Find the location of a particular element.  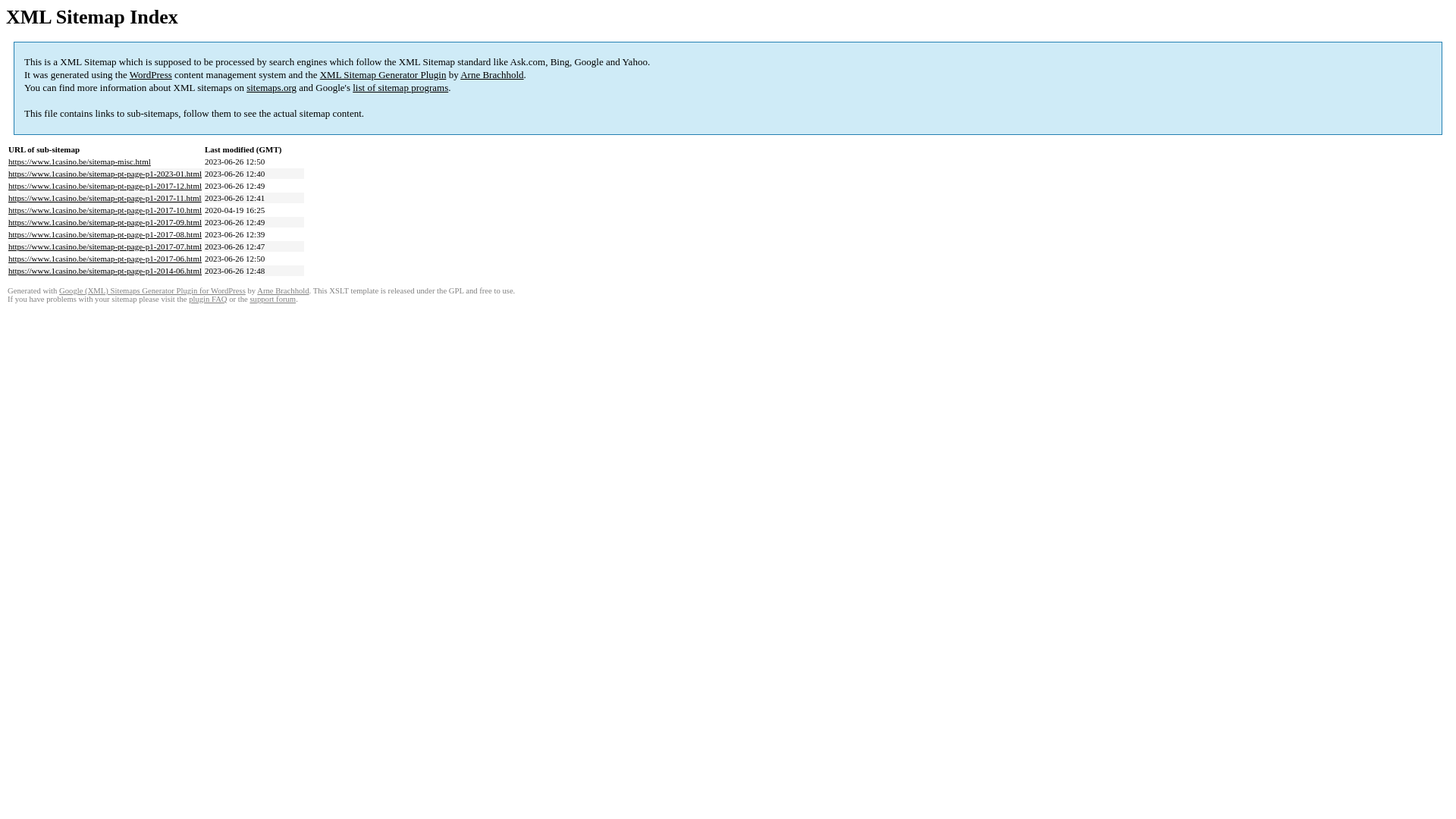

'https://www.1casino.be/sitemap-pt-page-p1-2017-10.html' is located at coordinates (104, 210).